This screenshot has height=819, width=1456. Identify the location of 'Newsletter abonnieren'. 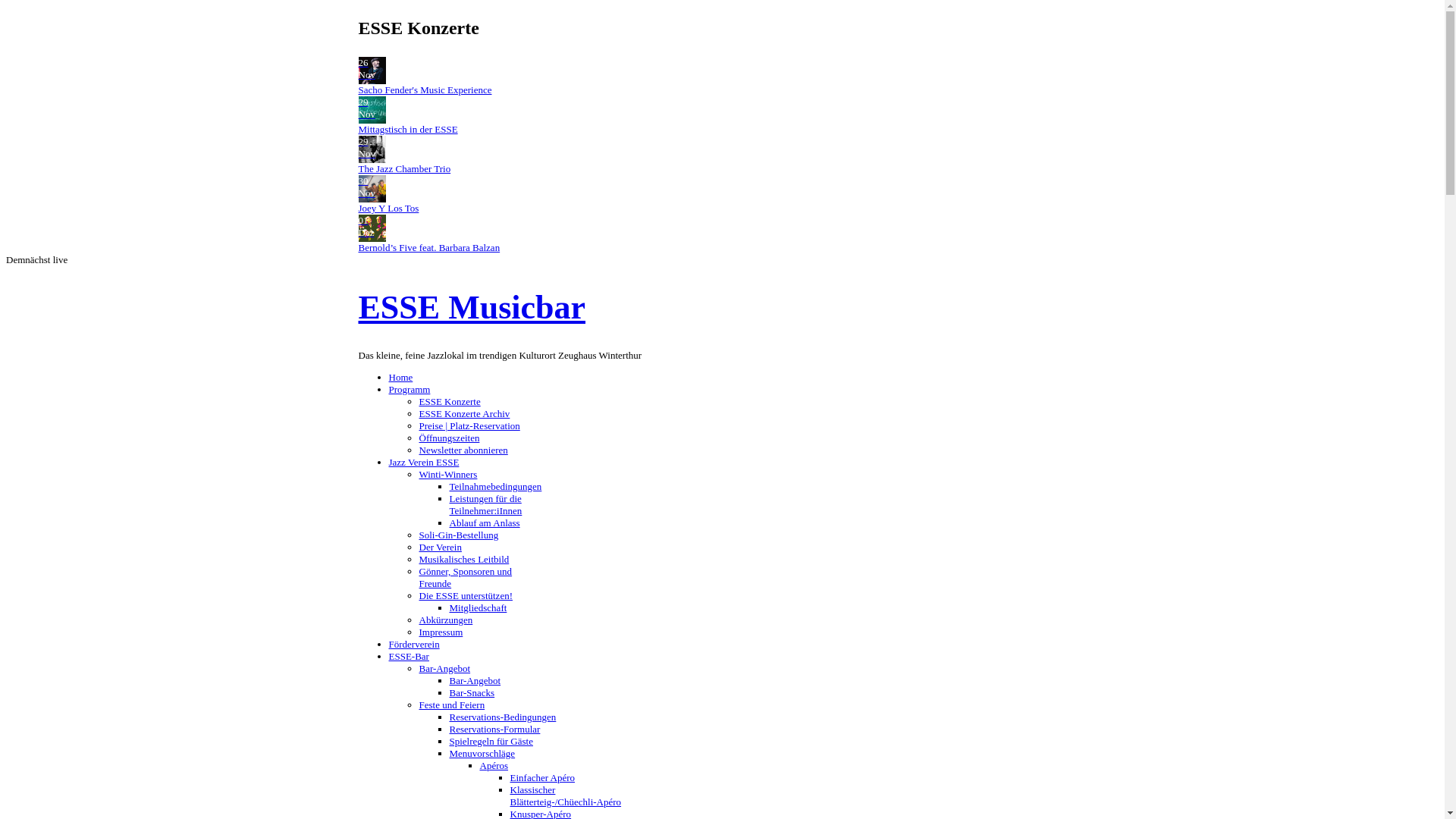
(462, 449).